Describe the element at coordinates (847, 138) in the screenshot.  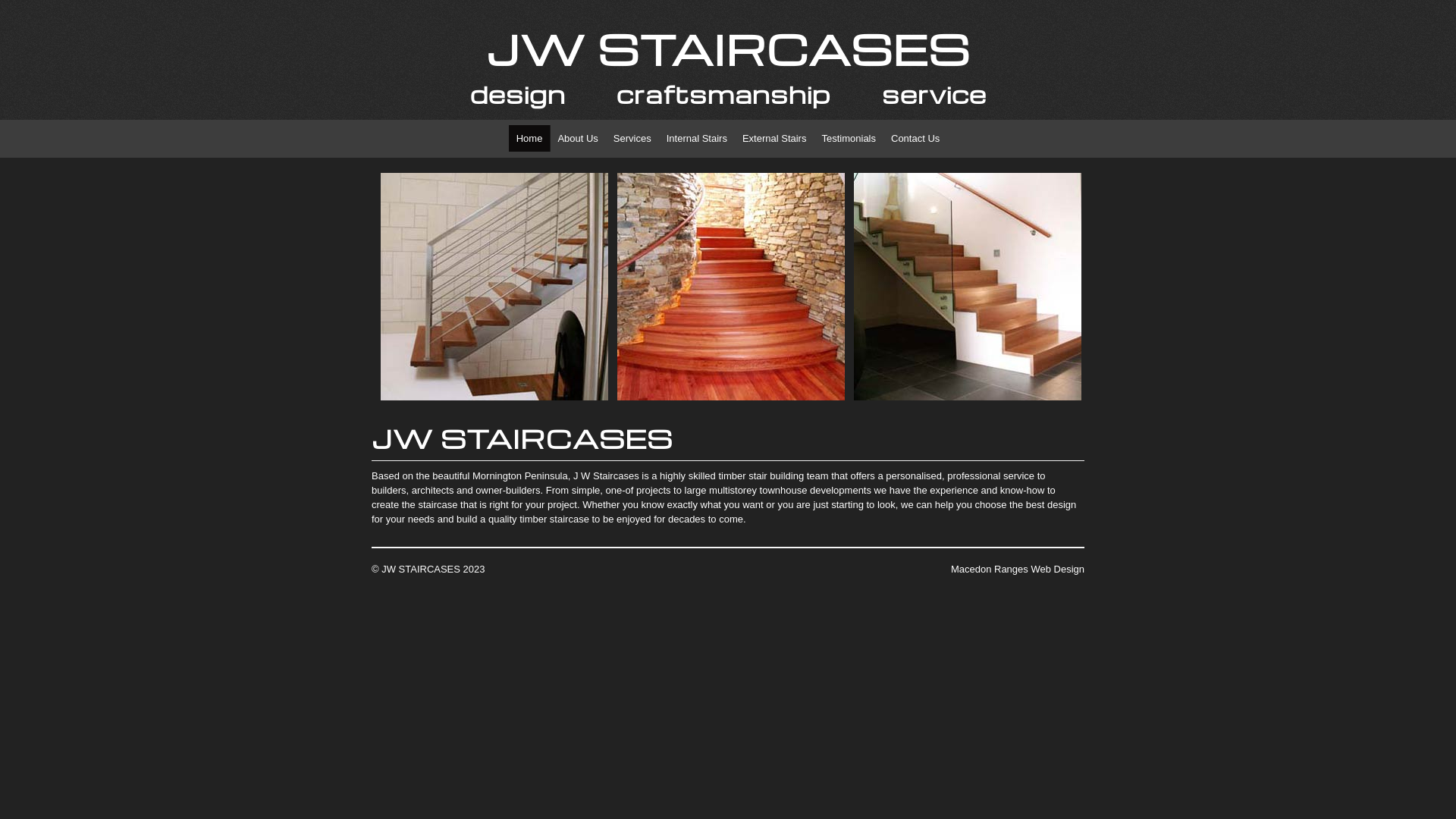
I see `'Testimonials'` at that location.